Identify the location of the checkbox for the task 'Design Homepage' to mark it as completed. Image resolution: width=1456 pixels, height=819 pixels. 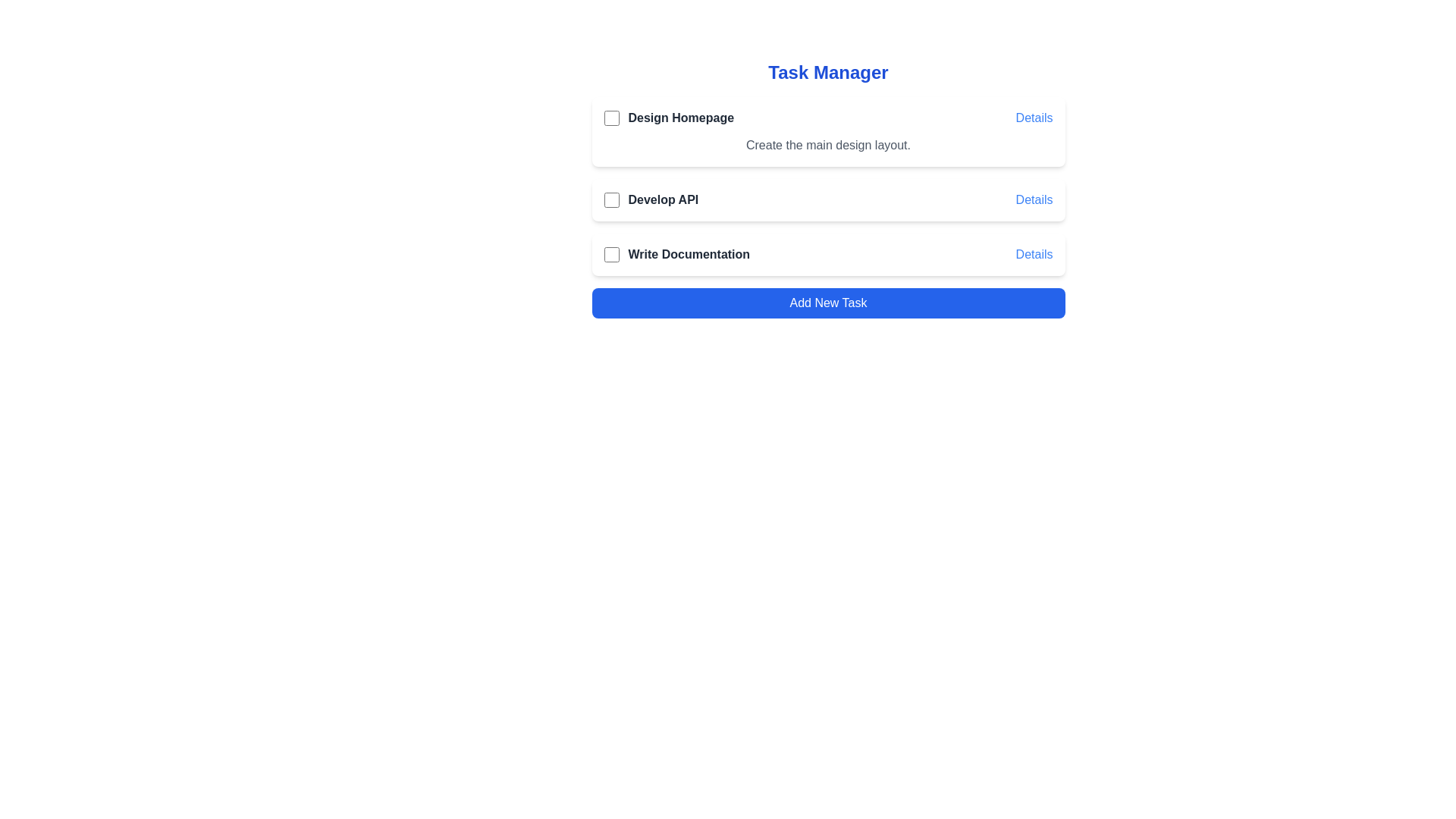
(611, 117).